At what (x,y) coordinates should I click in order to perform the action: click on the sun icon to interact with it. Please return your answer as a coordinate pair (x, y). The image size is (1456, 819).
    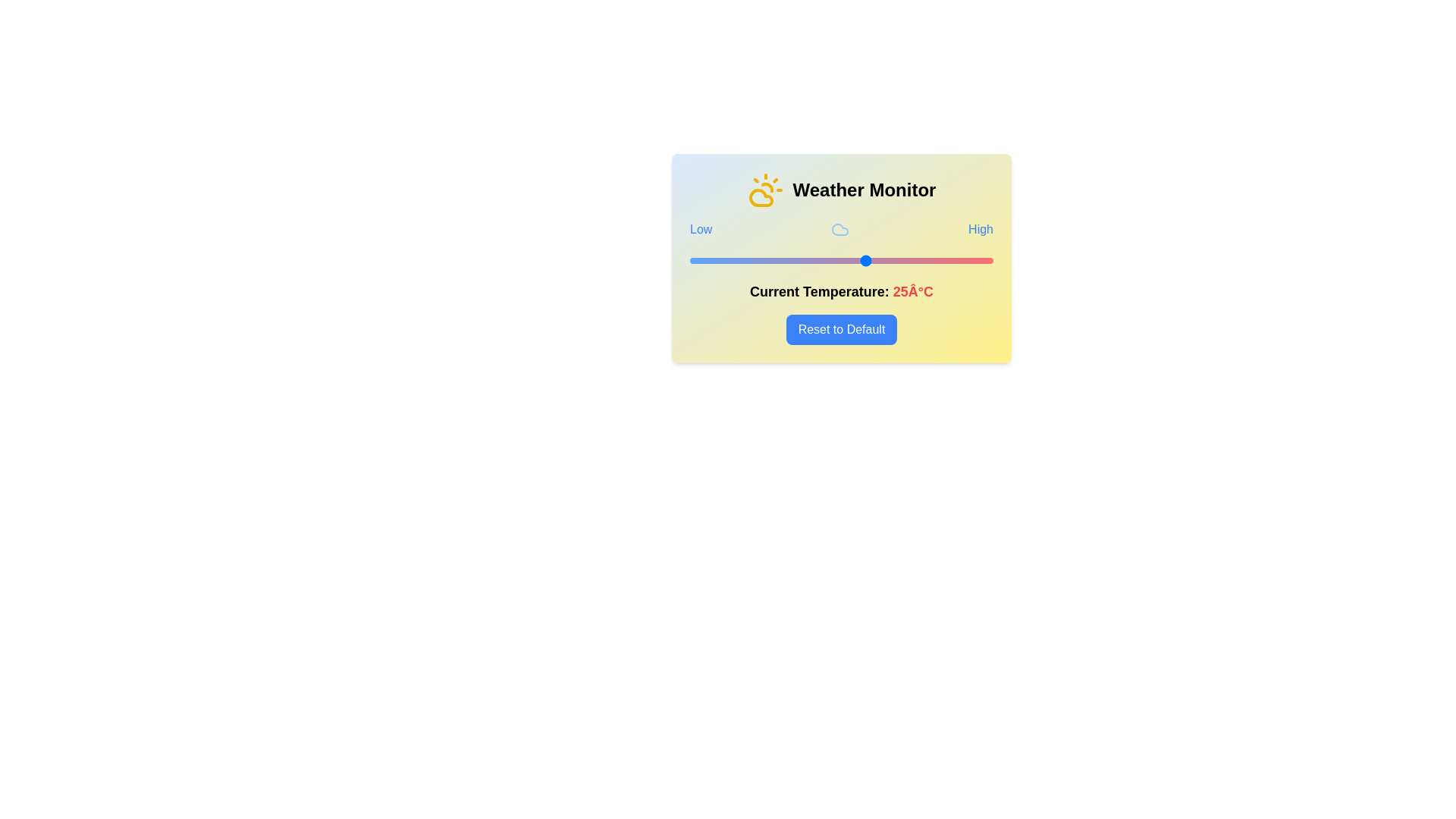
    Looking at the image, I should click on (765, 189).